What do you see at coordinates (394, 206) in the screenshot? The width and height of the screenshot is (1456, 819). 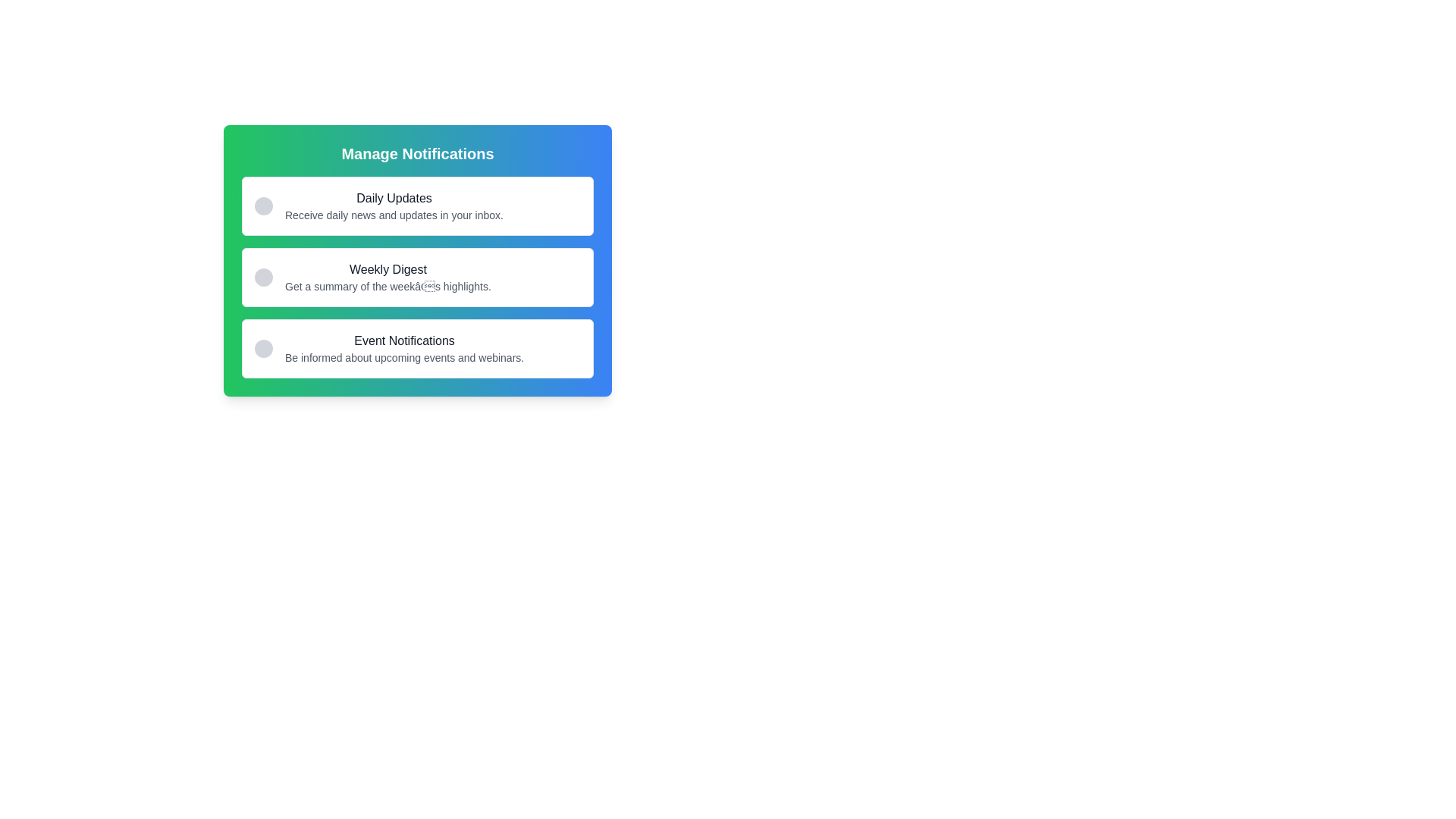 I see `the 'Daily Updates' notification subscription option in the first notification card under 'Manage Notifications'` at bounding box center [394, 206].